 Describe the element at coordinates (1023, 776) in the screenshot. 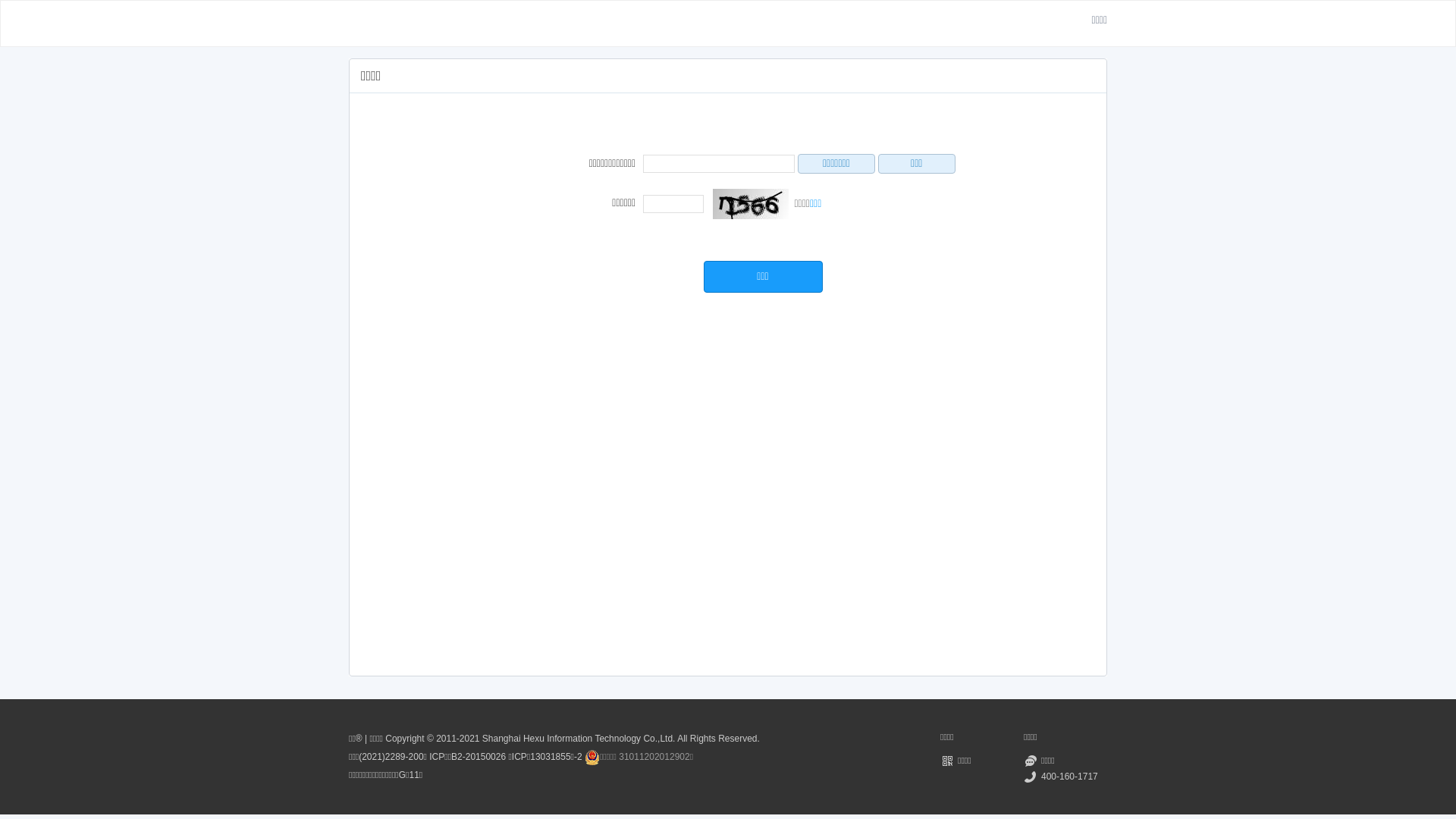

I see `'400-160-1717'` at that location.